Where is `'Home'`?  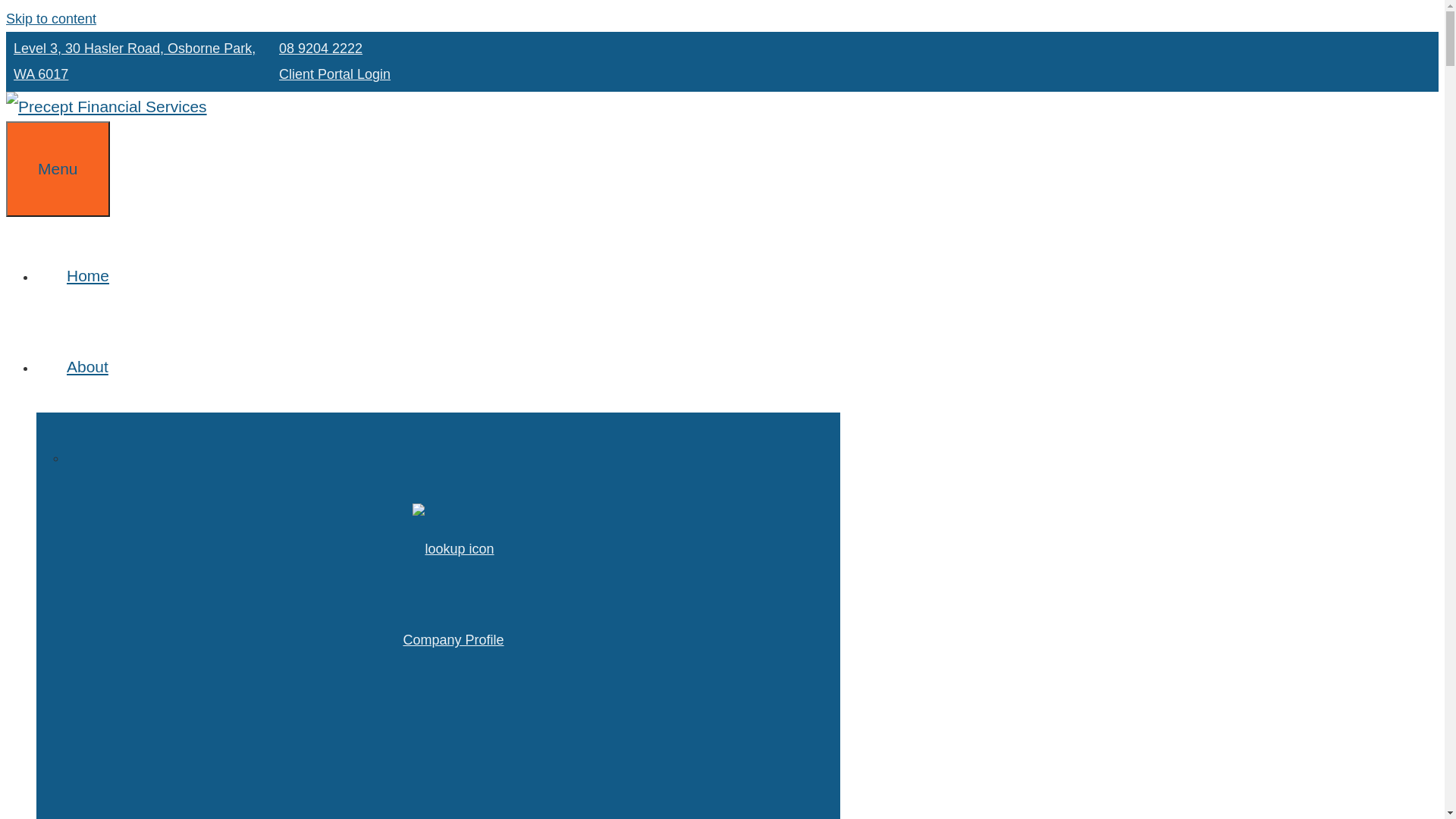 'Home' is located at coordinates (36, 275).